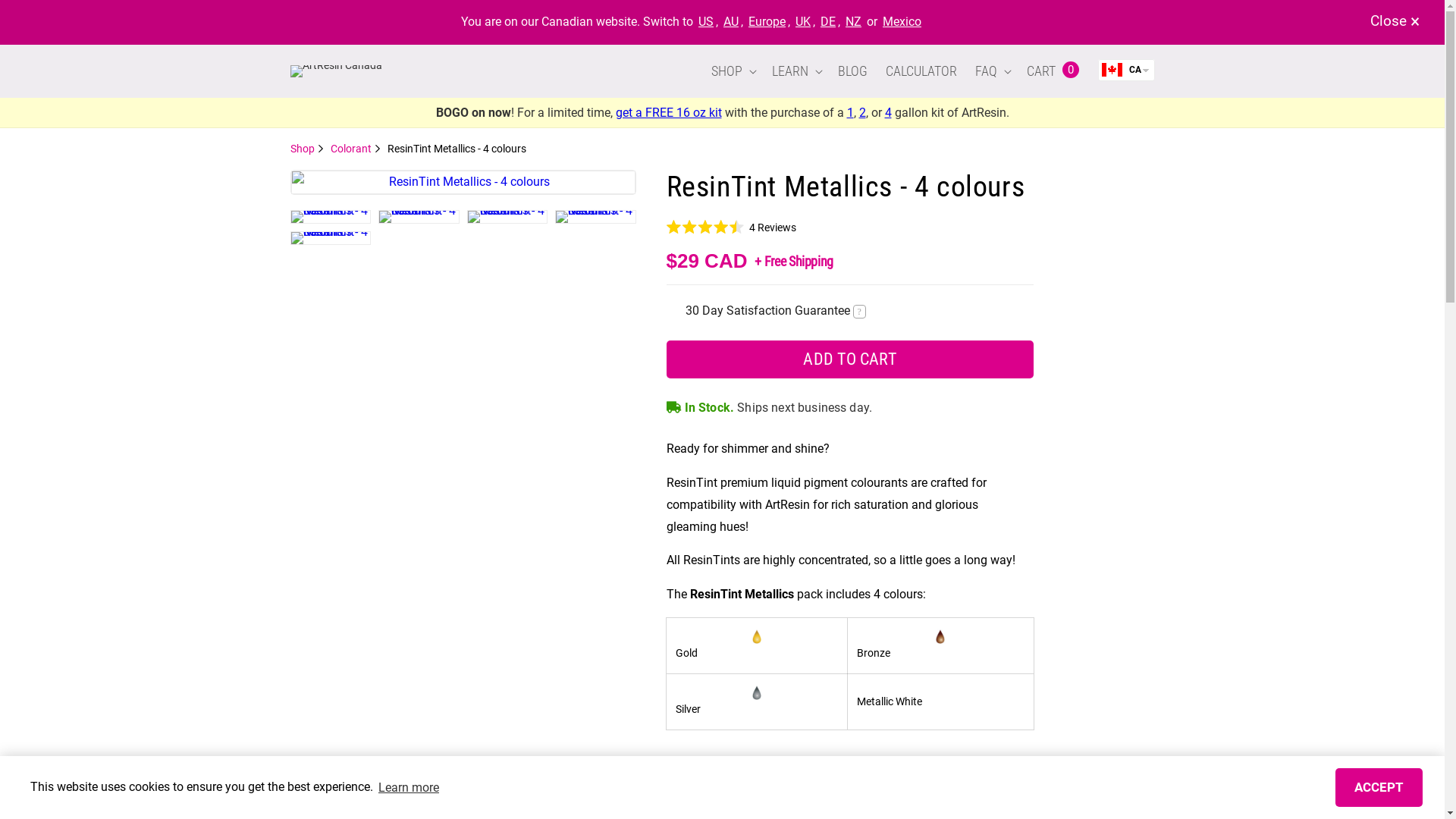  I want to click on 'Europe', so click(767, 21).